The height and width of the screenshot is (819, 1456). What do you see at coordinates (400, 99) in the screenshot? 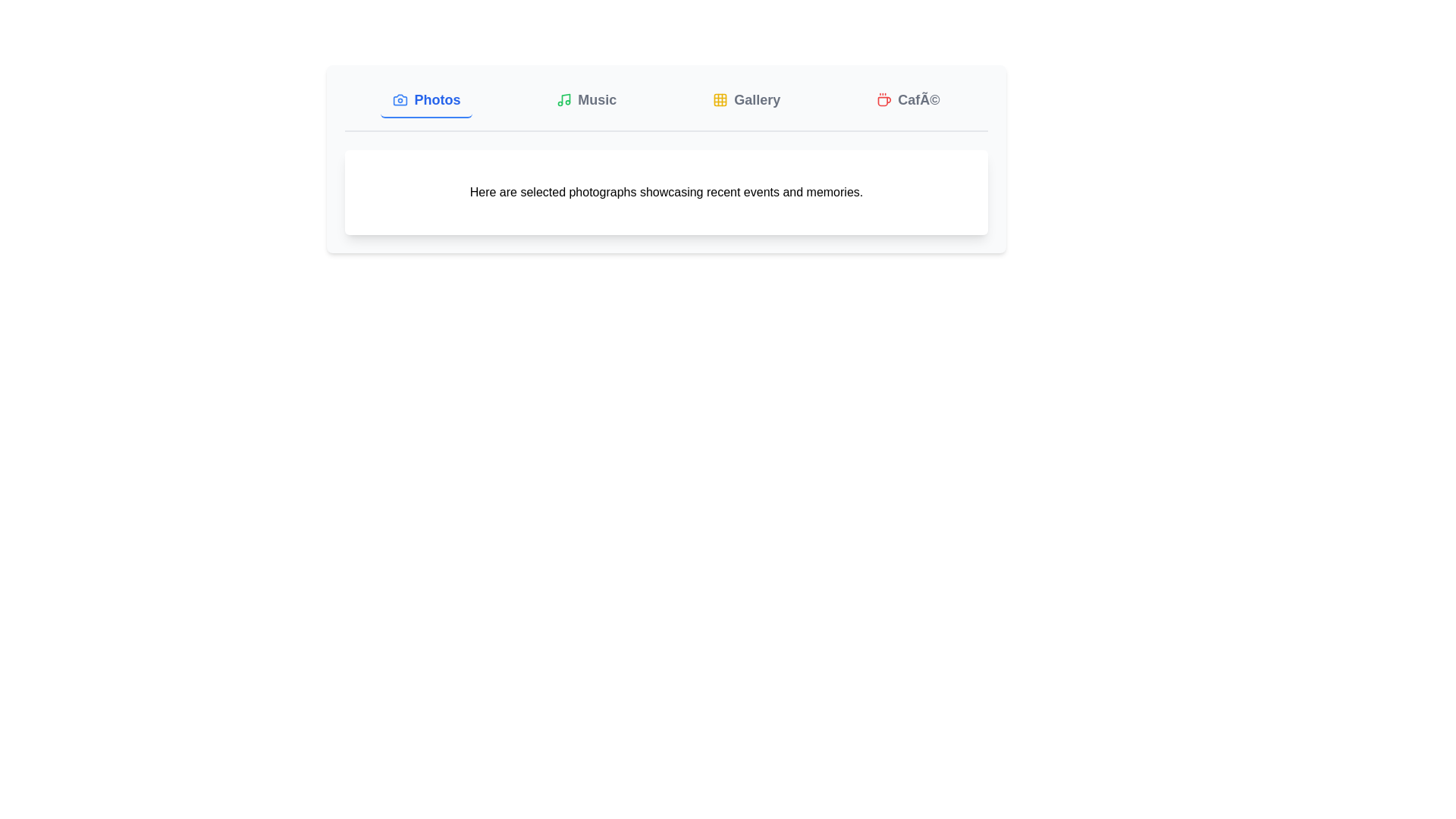
I see `the icon located in the navigation bar, which visually reinforces the 'Photos' tab, positioned immediately left of the 'Photos' text label` at bounding box center [400, 99].